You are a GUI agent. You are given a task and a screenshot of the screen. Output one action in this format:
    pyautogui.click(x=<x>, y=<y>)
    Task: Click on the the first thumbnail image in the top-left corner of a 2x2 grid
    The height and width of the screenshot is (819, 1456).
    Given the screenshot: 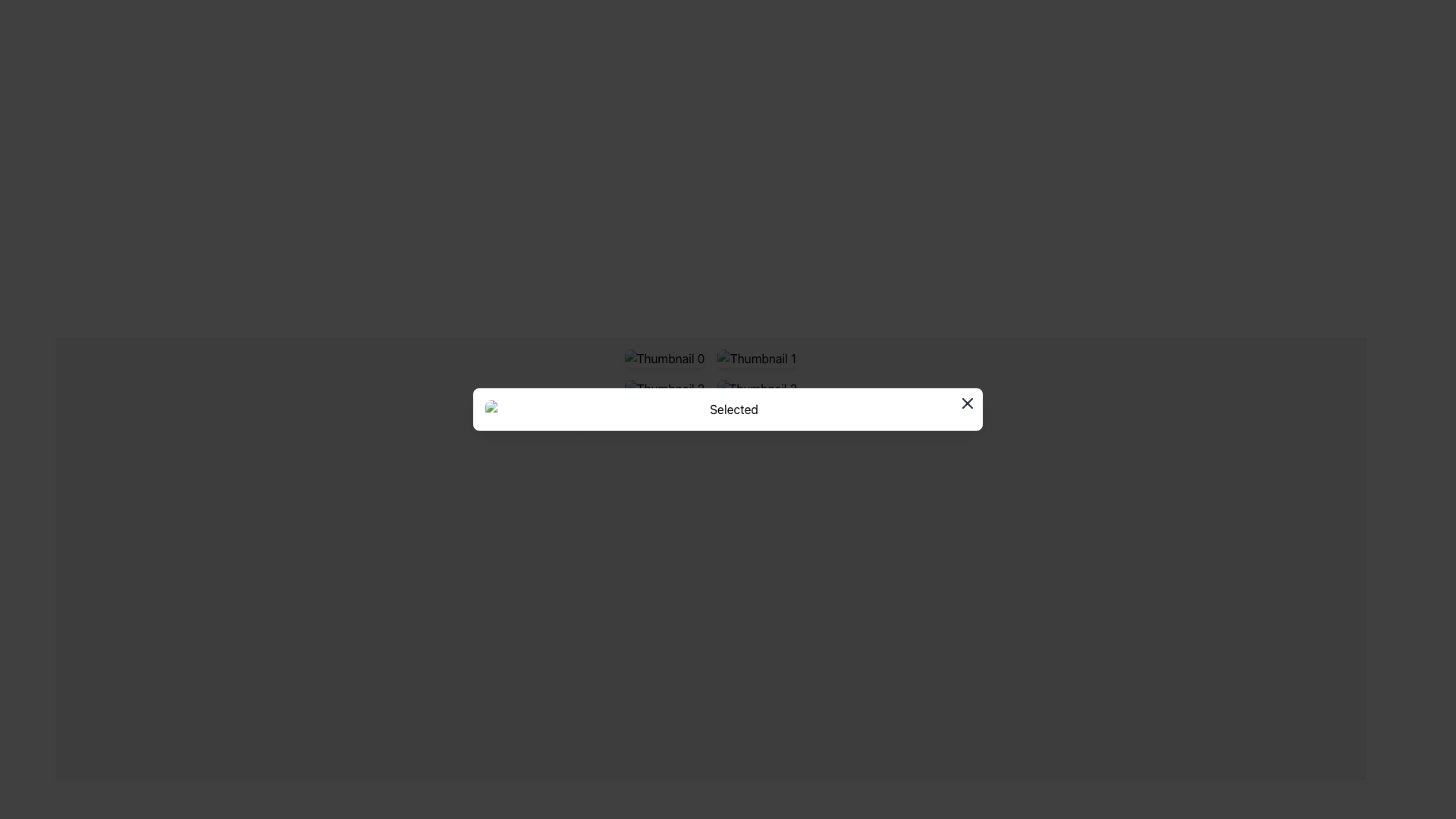 What is the action you would take?
    pyautogui.click(x=664, y=359)
    